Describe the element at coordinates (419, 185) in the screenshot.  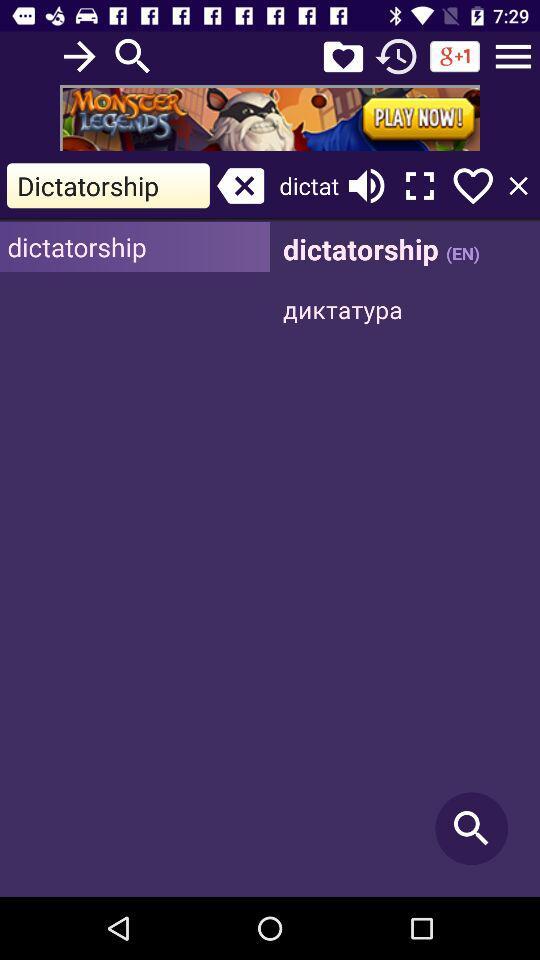
I see `the fullscreen icon` at that location.